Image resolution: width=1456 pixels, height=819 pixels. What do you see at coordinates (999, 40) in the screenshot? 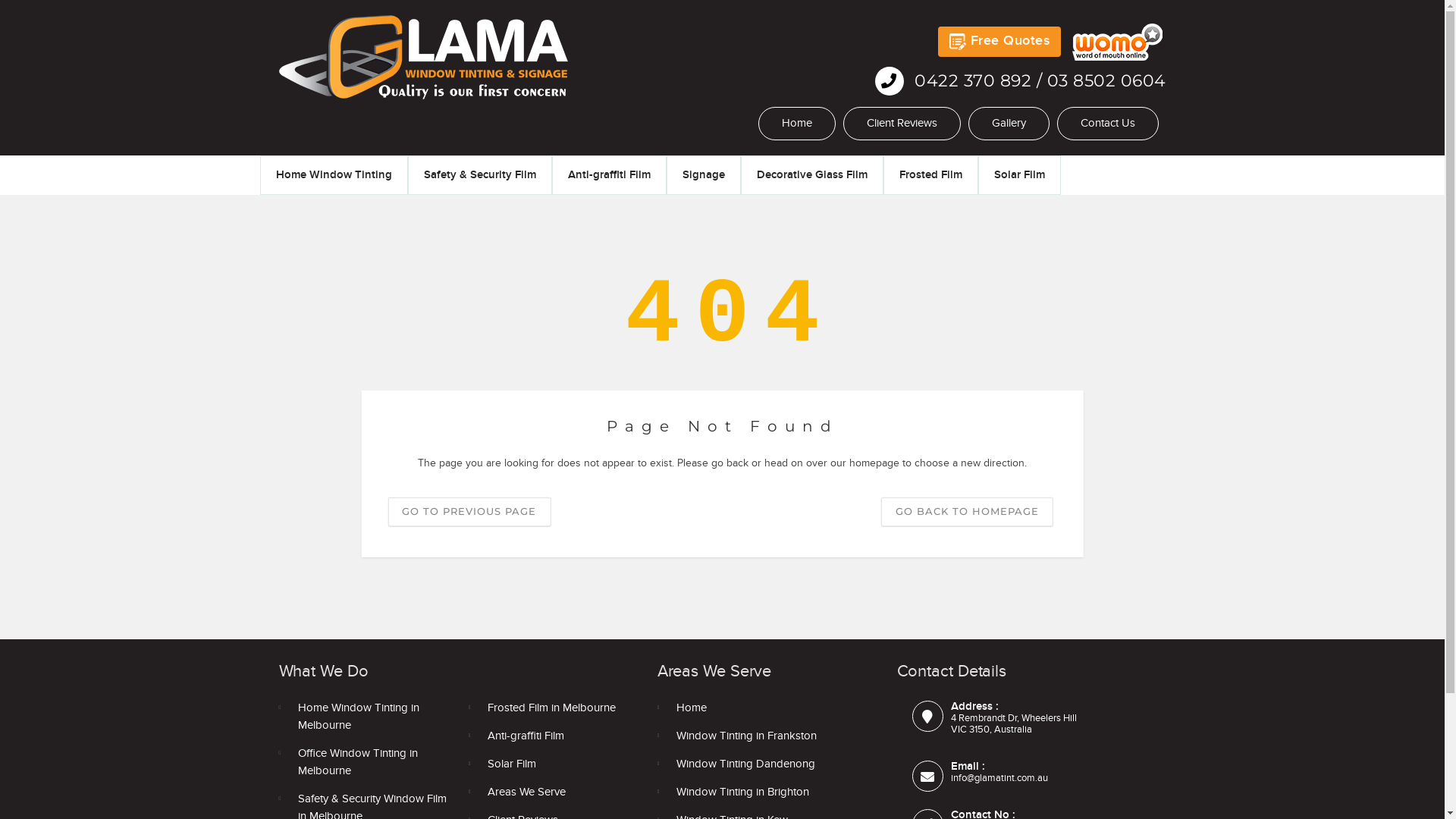
I see `'Free Quotes'` at bounding box center [999, 40].